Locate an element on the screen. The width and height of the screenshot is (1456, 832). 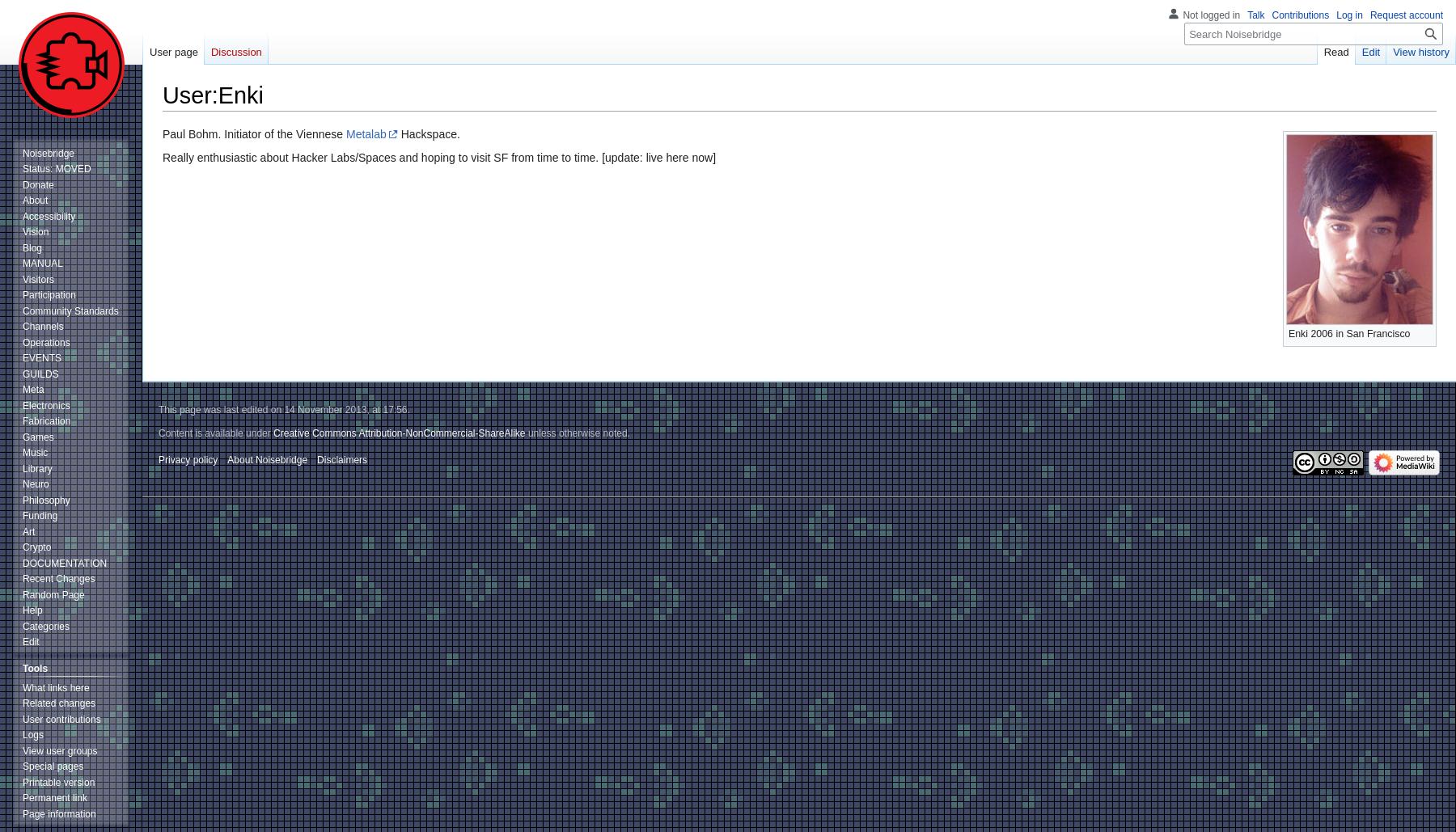
'User' is located at coordinates (185, 95).